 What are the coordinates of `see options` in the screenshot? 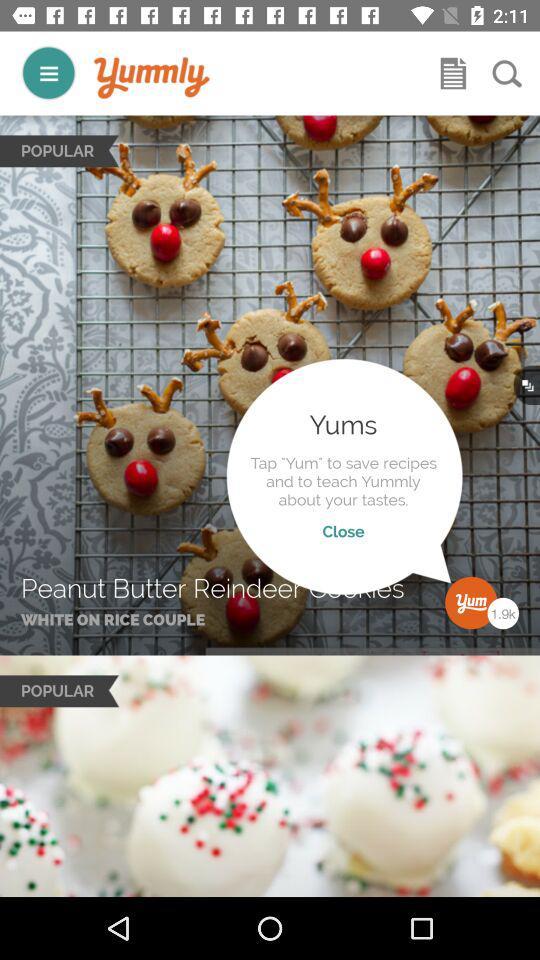 It's located at (48, 73).